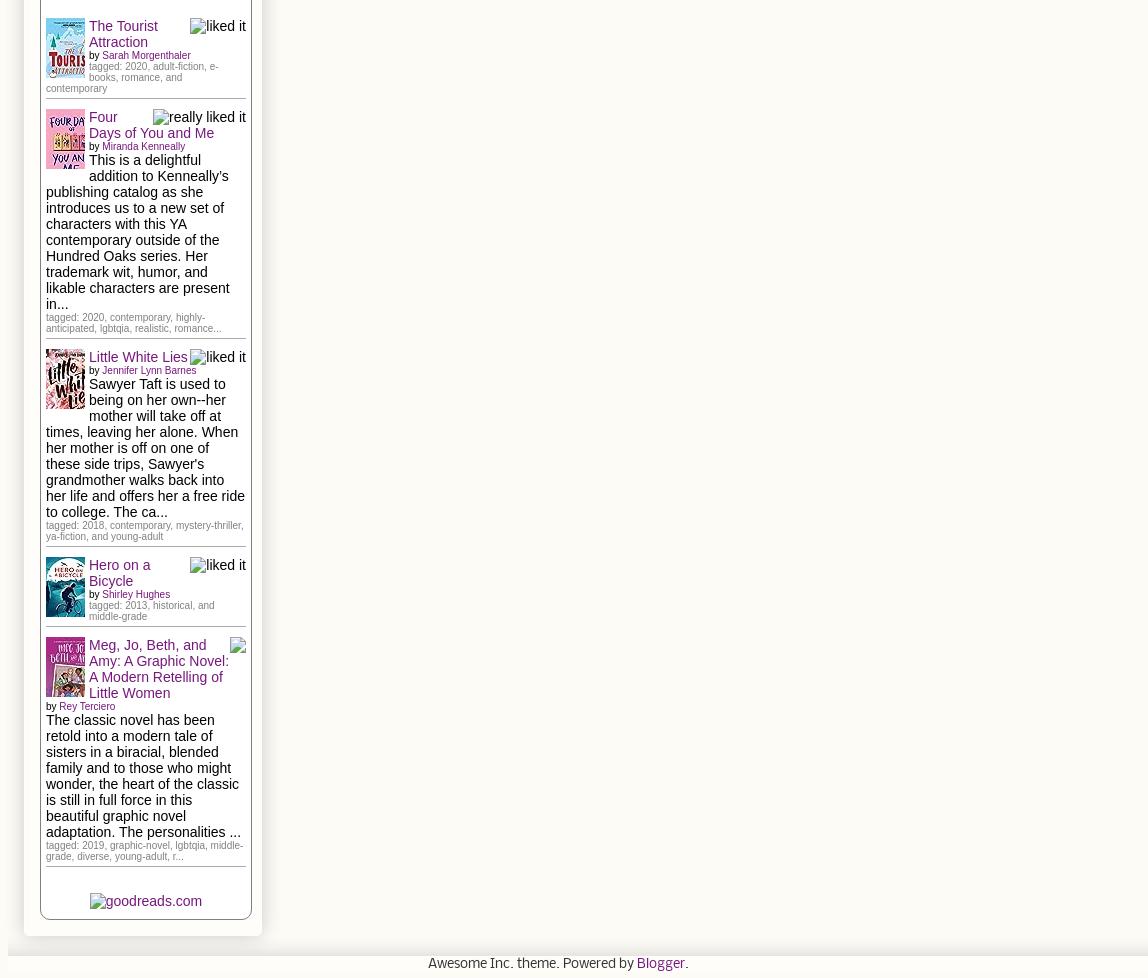 Image resolution: width=1148 pixels, height=978 pixels. What do you see at coordinates (46, 231) in the screenshot?
I see `'This is a delightful addition to Kenneally’s publishing catalog as she introduces us to a new set of characters with this YA contemporary outside of the Hundred Oaks series. Her trademark wit, humor, and likable characters are present in...'` at bounding box center [46, 231].